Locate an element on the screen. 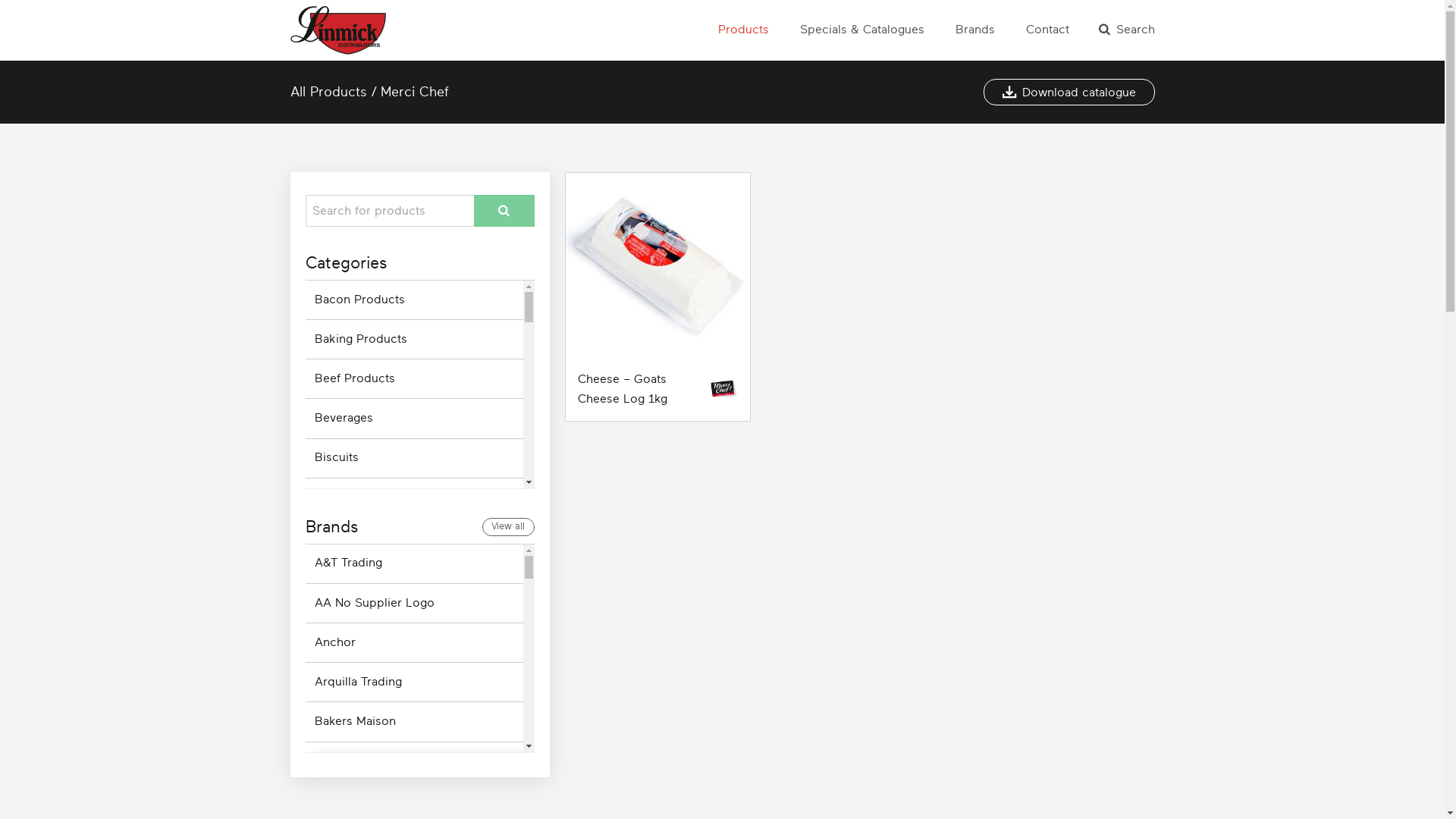  'Baking Products' is located at coordinates (413, 338).